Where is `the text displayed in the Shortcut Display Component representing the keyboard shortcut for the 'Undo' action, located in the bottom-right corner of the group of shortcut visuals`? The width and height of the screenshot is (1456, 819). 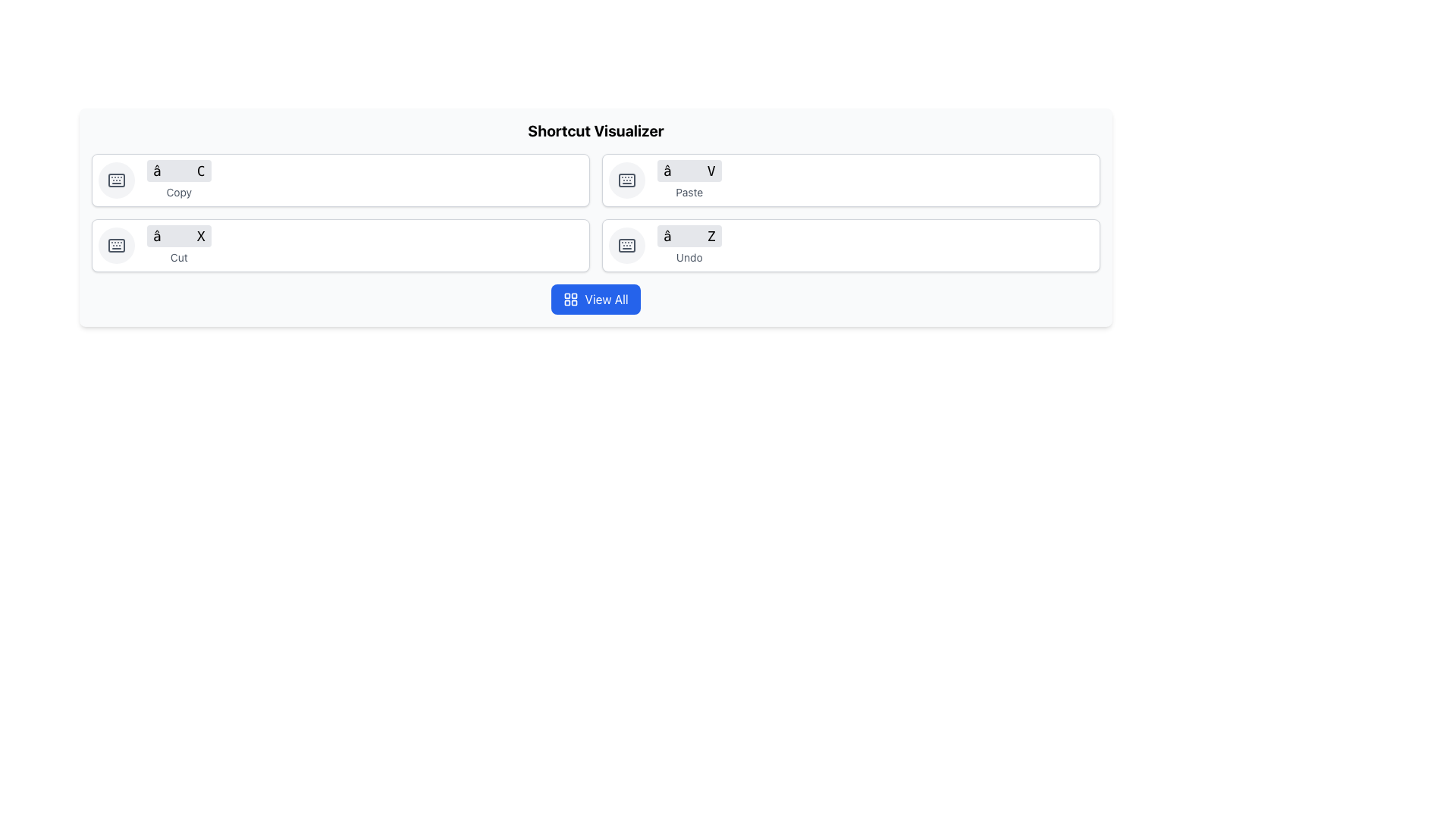
the text displayed in the Shortcut Display Component representing the keyboard shortcut for the 'Undo' action, located in the bottom-right corner of the group of shortcut visuals is located at coordinates (689, 245).